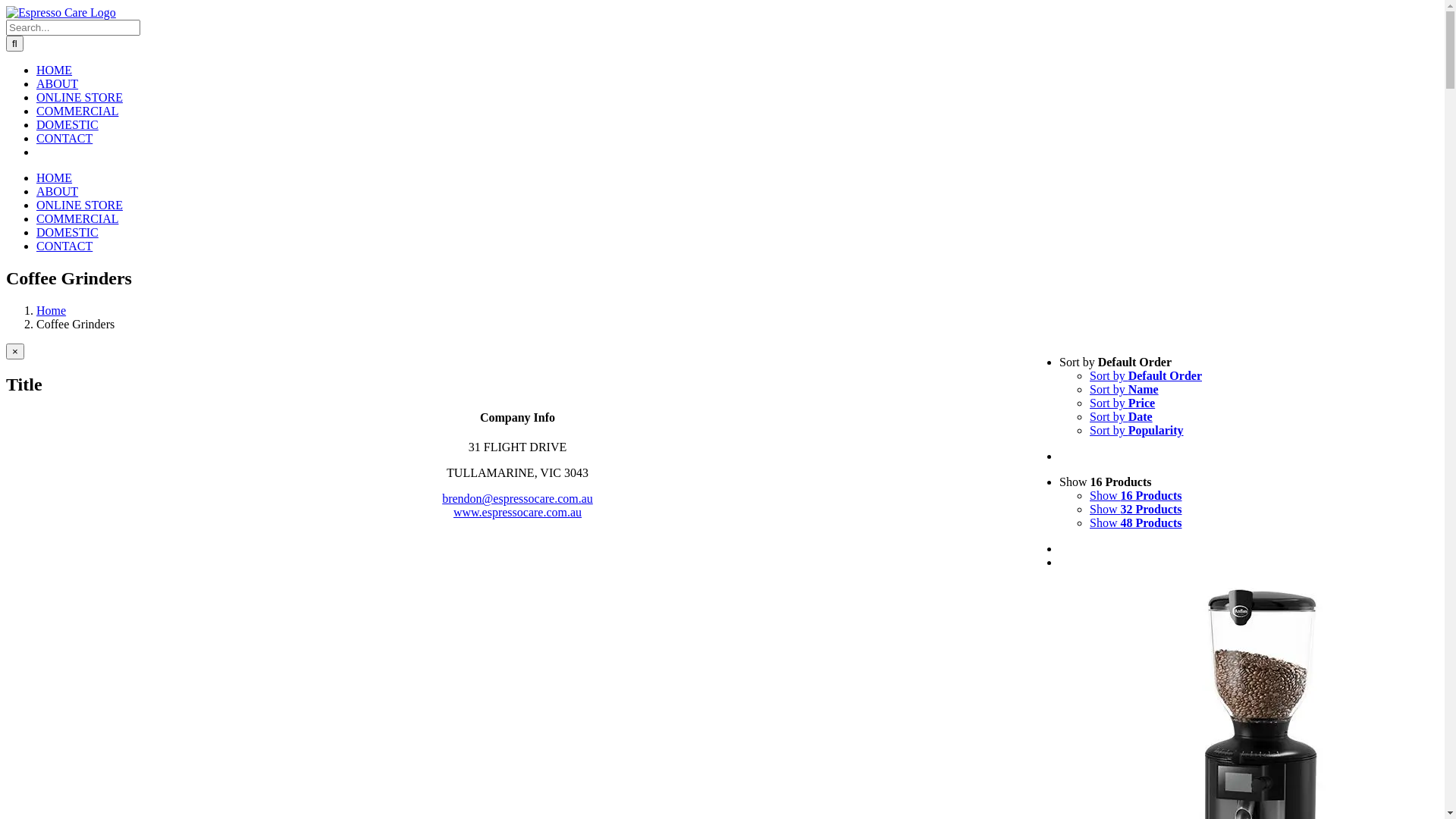 This screenshot has width=1456, height=819. Describe the element at coordinates (1088, 495) in the screenshot. I see `'Show 16 Products'` at that location.